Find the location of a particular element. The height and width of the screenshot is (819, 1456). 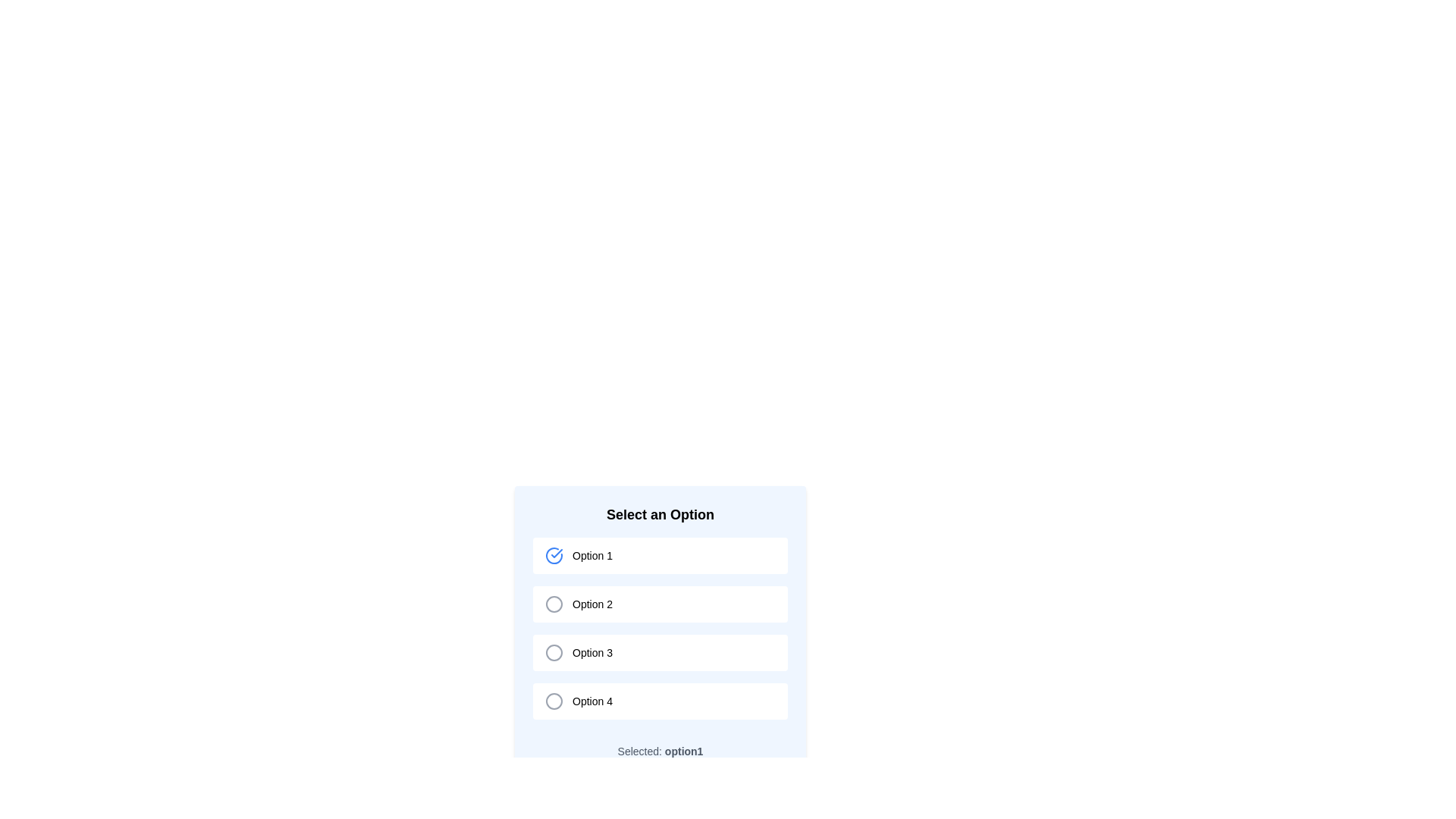

the circular icon representing the radio button for 'Option 3' is located at coordinates (553, 651).